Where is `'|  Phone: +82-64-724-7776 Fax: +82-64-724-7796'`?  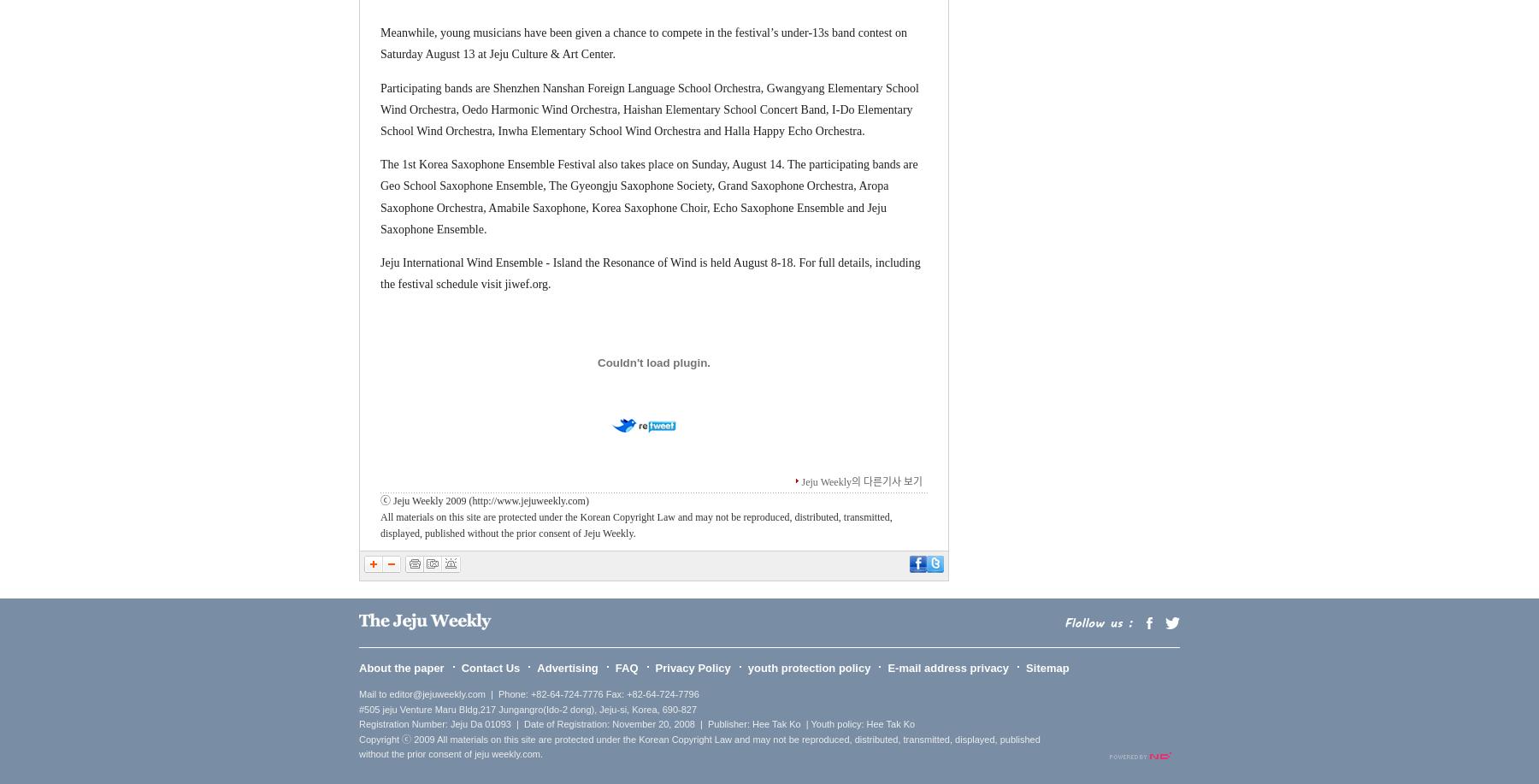
'|  Phone: +82-64-724-7776 Fax: +82-64-724-7796' is located at coordinates (590, 693).